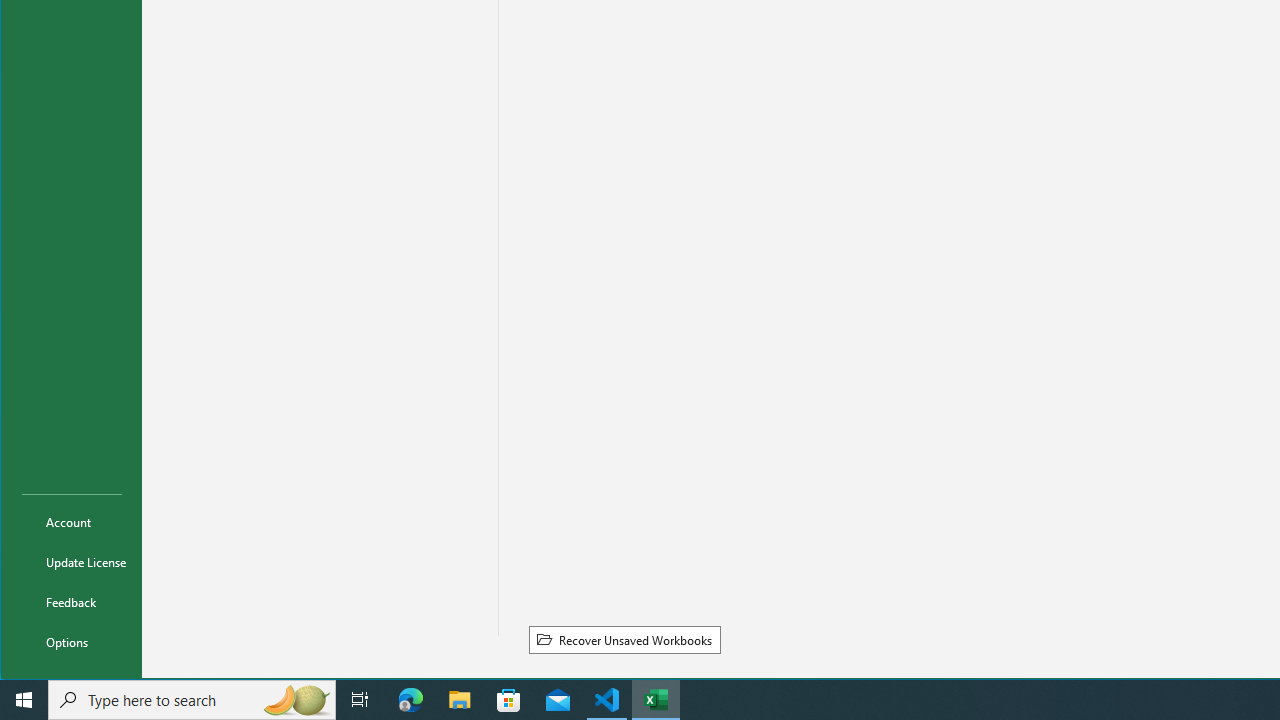 Image resolution: width=1280 pixels, height=720 pixels. What do you see at coordinates (72, 561) in the screenshot?
I see `'Update License'` at bounding box center [72, 561].